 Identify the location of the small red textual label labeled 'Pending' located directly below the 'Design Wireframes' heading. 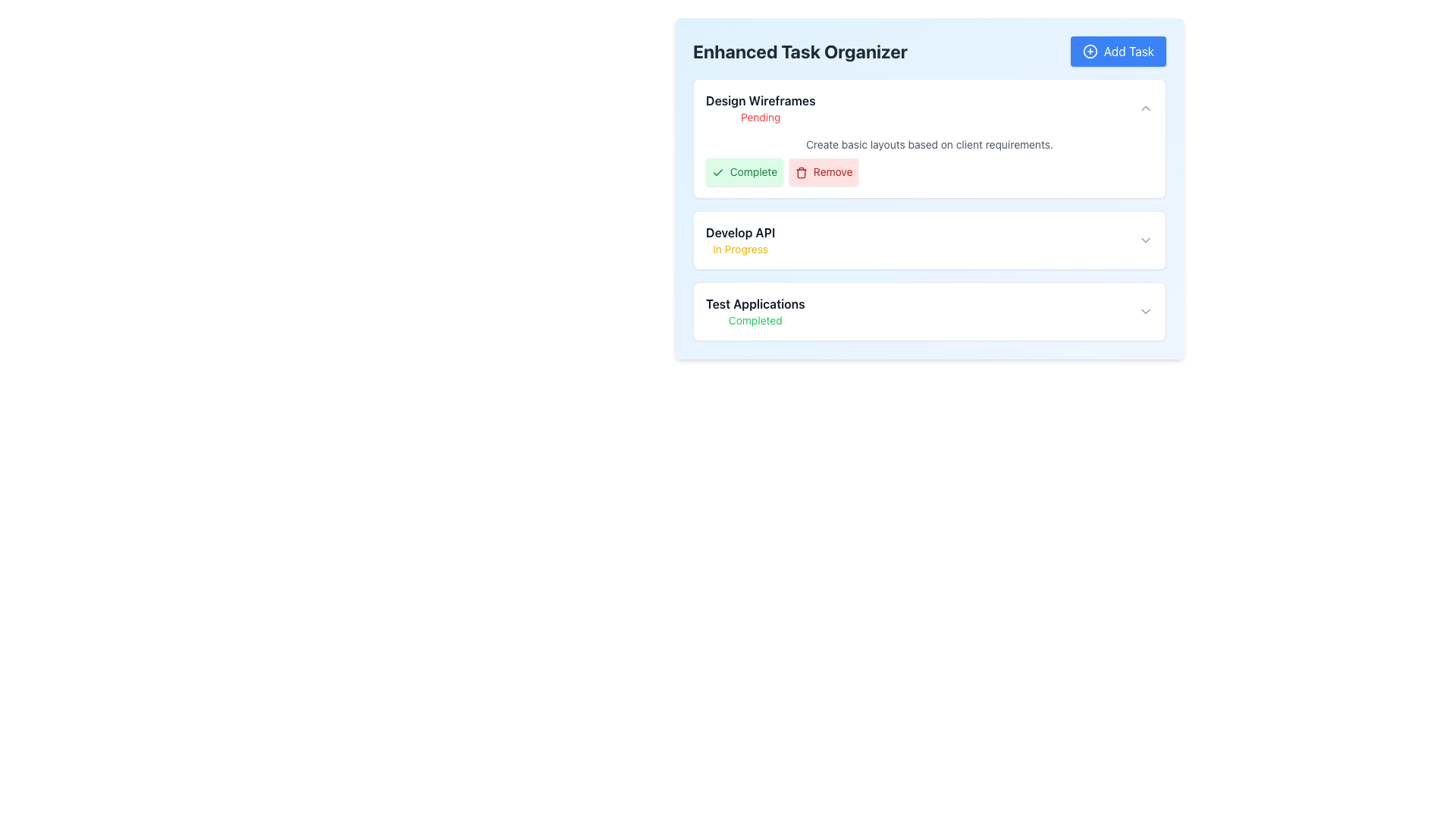
(761, 116).